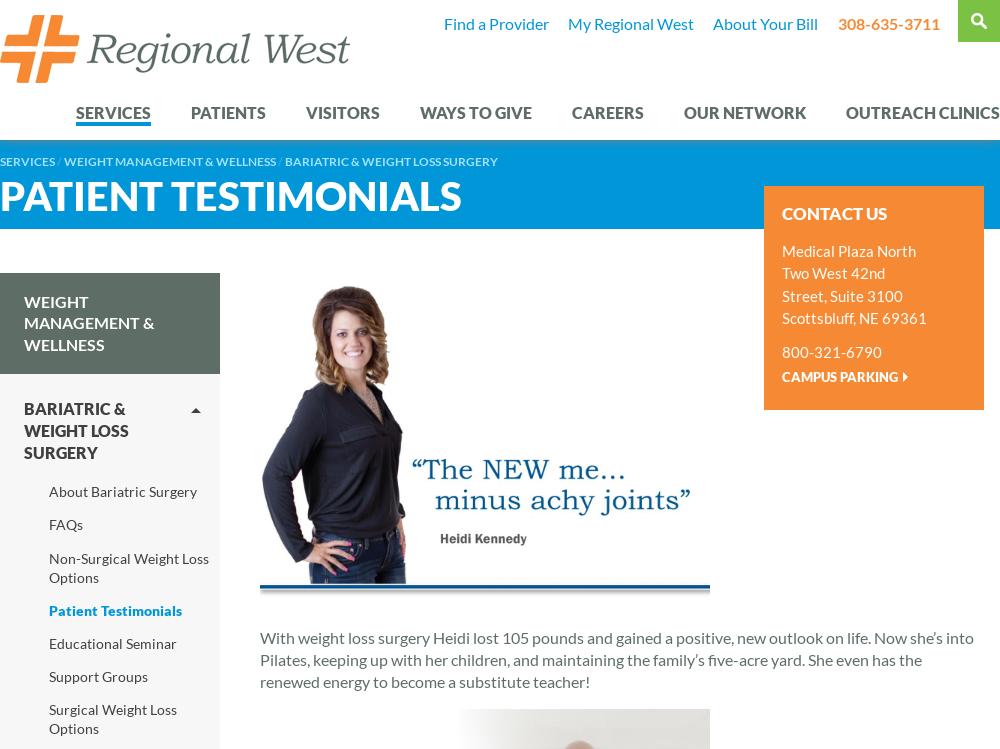 Image resolution: width=1000 pixels, height=749 pixels. I want to click on 'Patient Testimonials', so click(230, 193).